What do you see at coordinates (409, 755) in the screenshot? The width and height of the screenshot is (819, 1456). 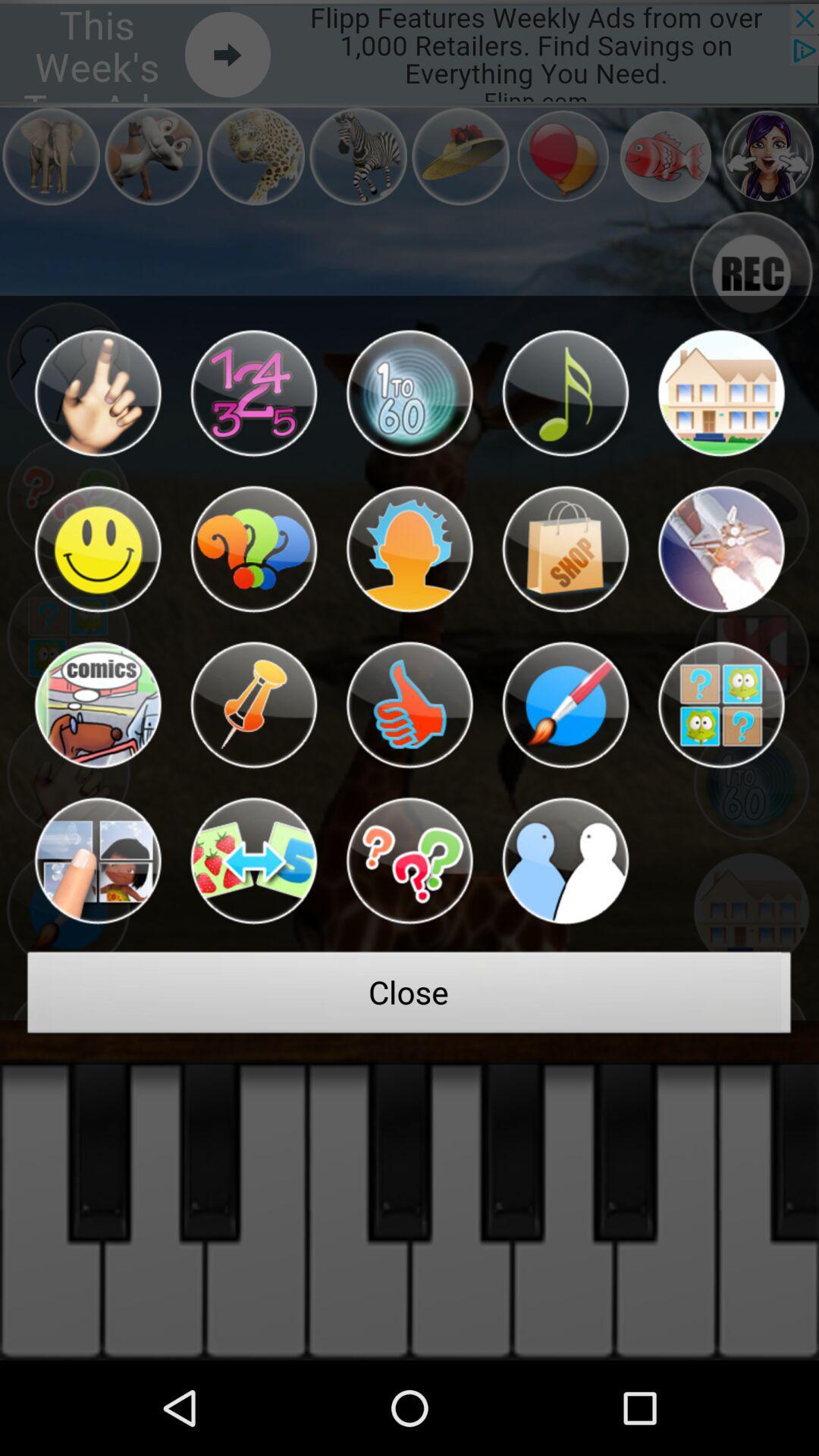 I see `the thumbs_up icon` at bounding box center [409, 755].